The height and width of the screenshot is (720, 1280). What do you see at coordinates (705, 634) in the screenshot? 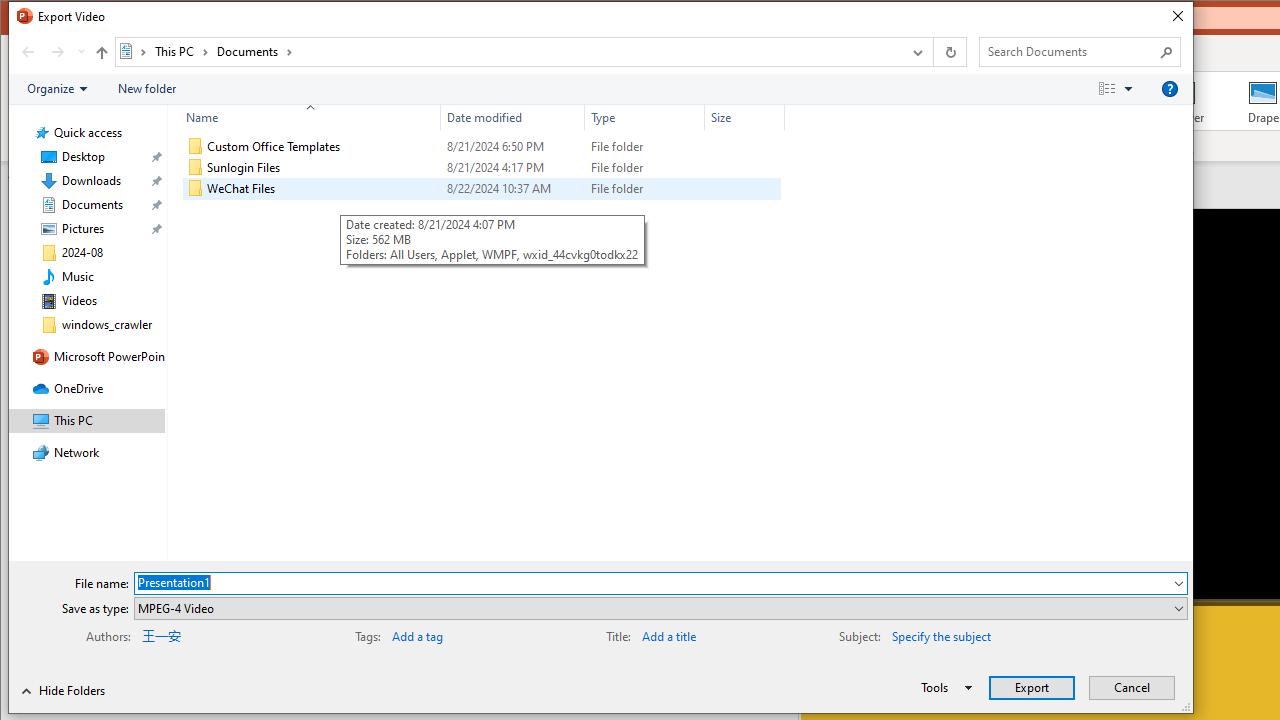
I see `'Title'` at bounding box center [705, 634].